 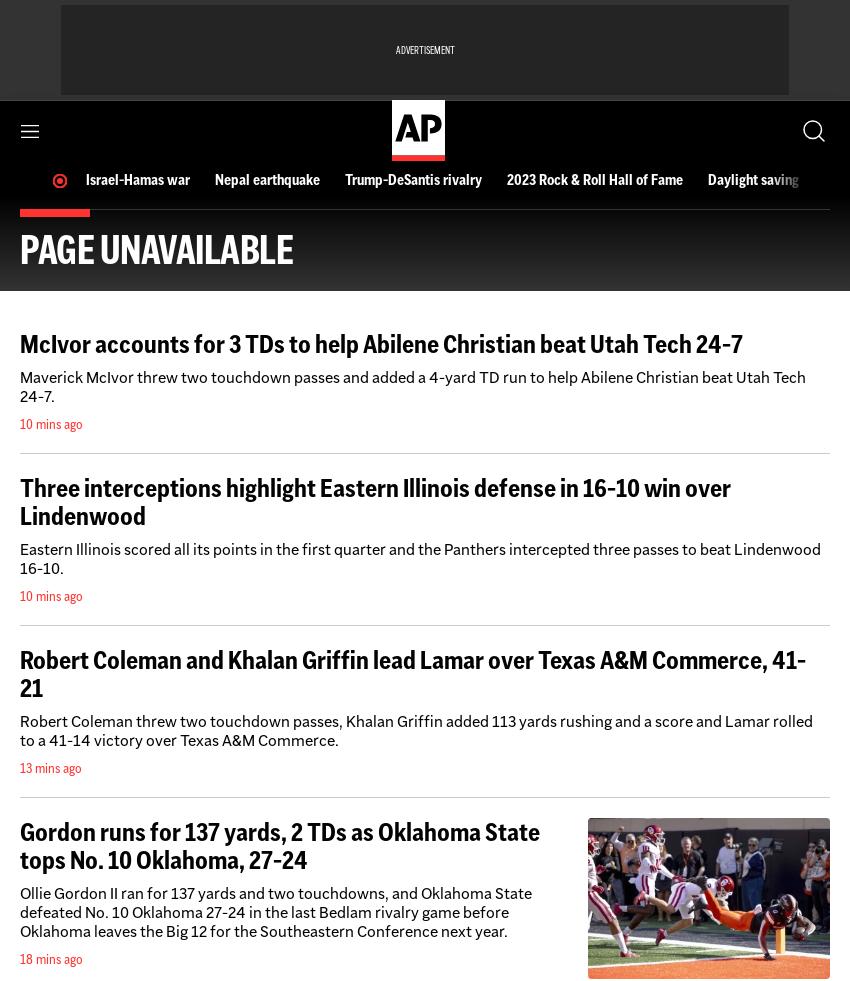 What do you see at coordinates (18, 501) in the screenshot?
I see `'Three interceptions highlight Eastern Illinois defense in 16-10 win over Lindenwood'` at bounding box center [18, 501].